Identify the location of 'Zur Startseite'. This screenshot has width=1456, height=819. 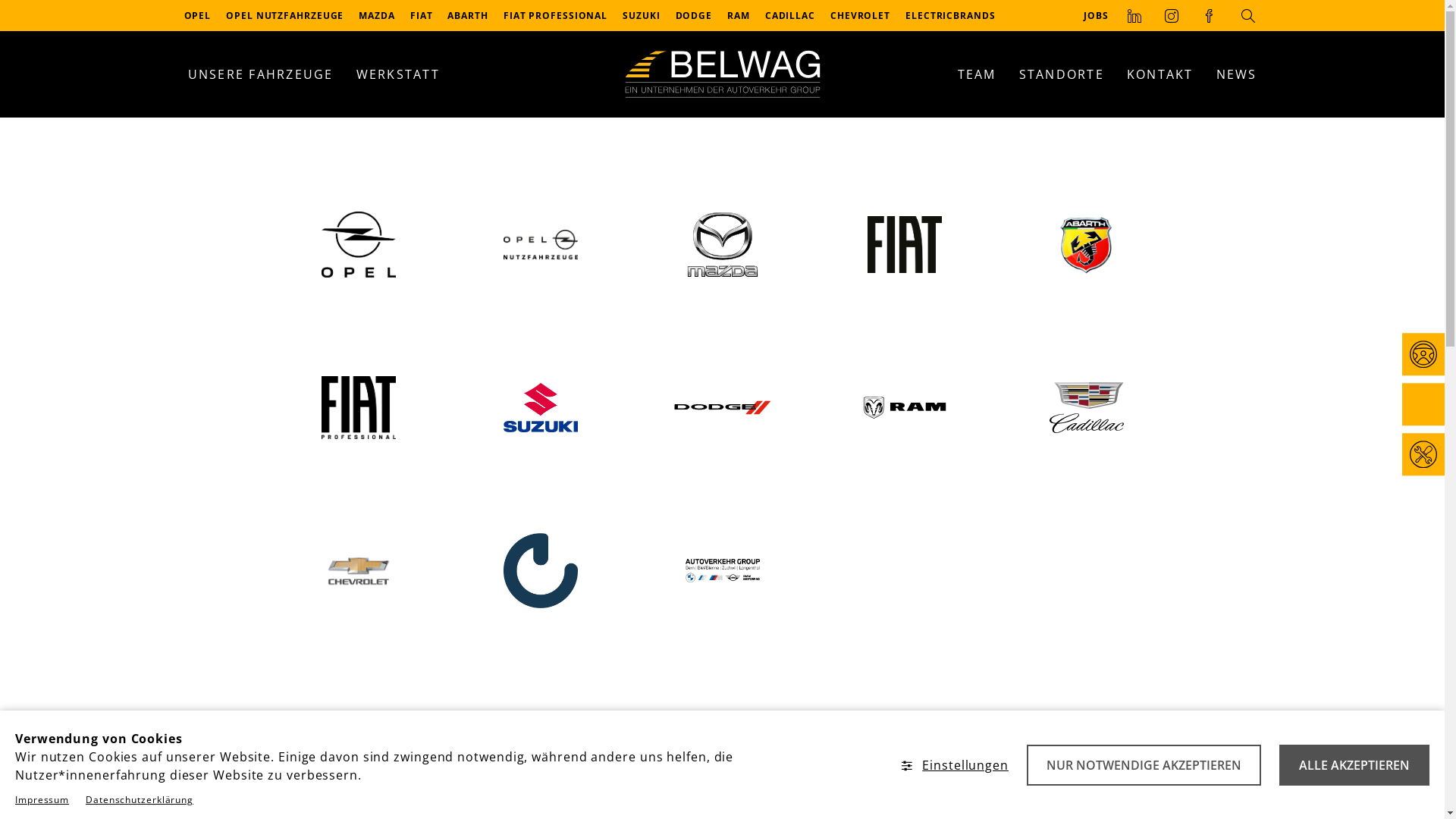
(720, 74).